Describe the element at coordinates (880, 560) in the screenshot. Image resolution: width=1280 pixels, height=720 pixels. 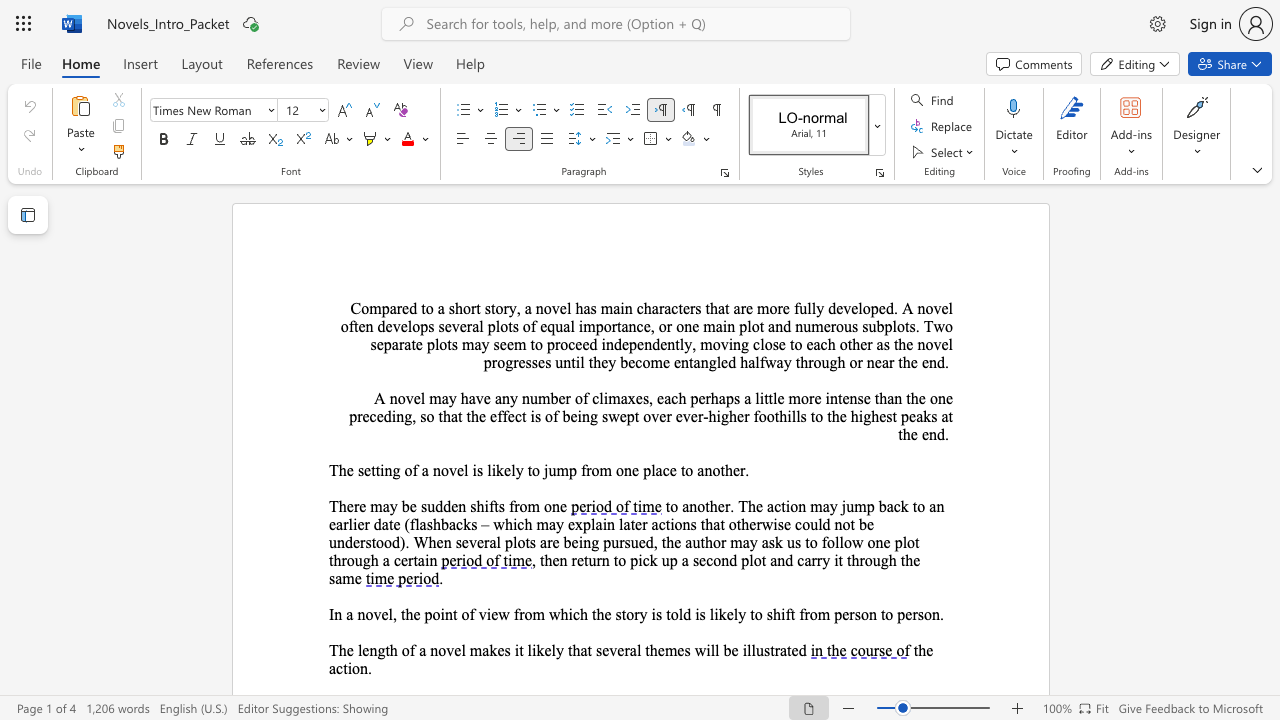
I see `the subset text "gh" within the text ", then return to pick up a second plot and carry it through the same"` at that location.